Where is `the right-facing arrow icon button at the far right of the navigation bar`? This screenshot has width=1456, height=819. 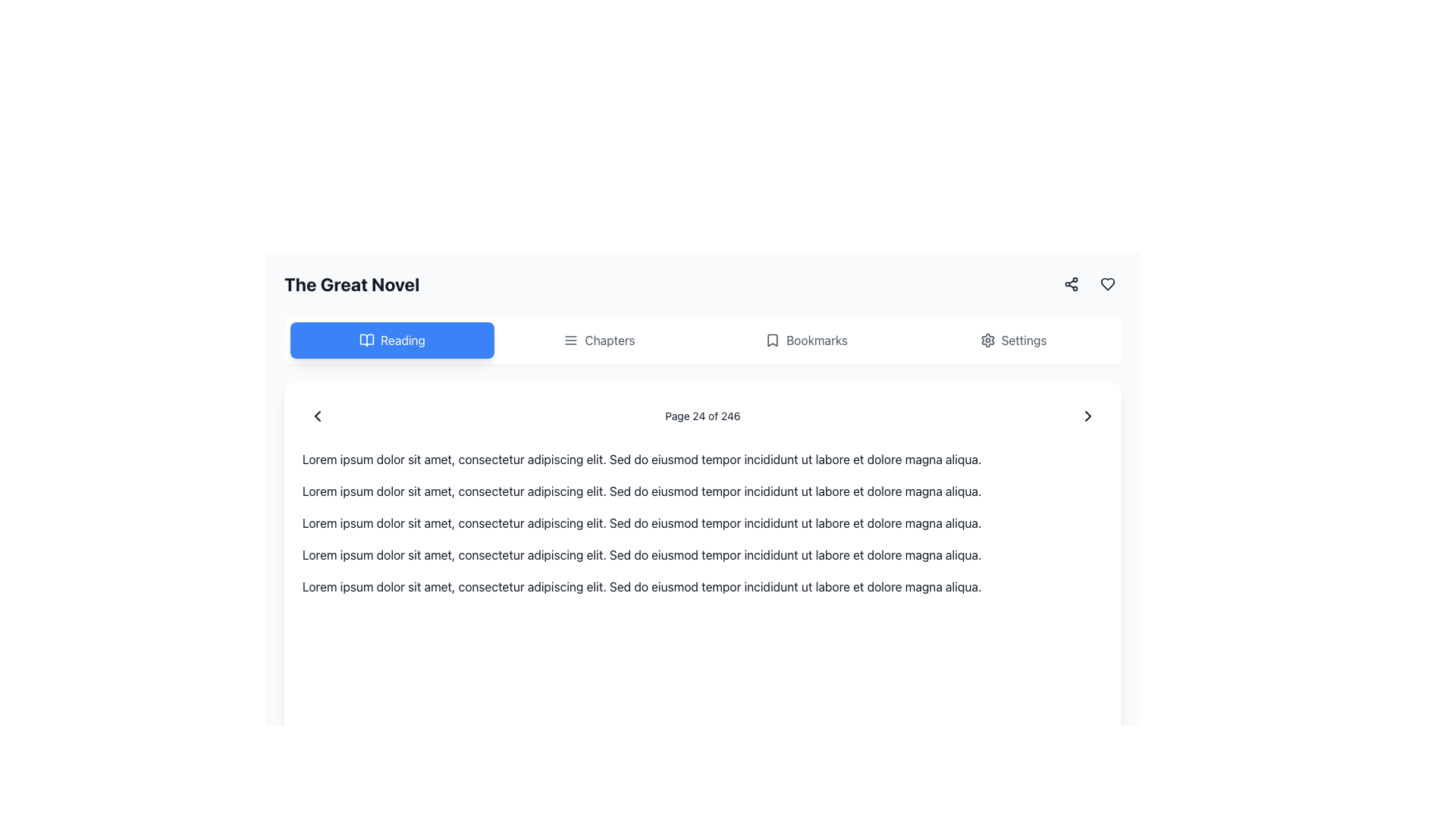 the right-facing arrow icon button at the far right of the navigation bar is located at coordinates (1087, 416).